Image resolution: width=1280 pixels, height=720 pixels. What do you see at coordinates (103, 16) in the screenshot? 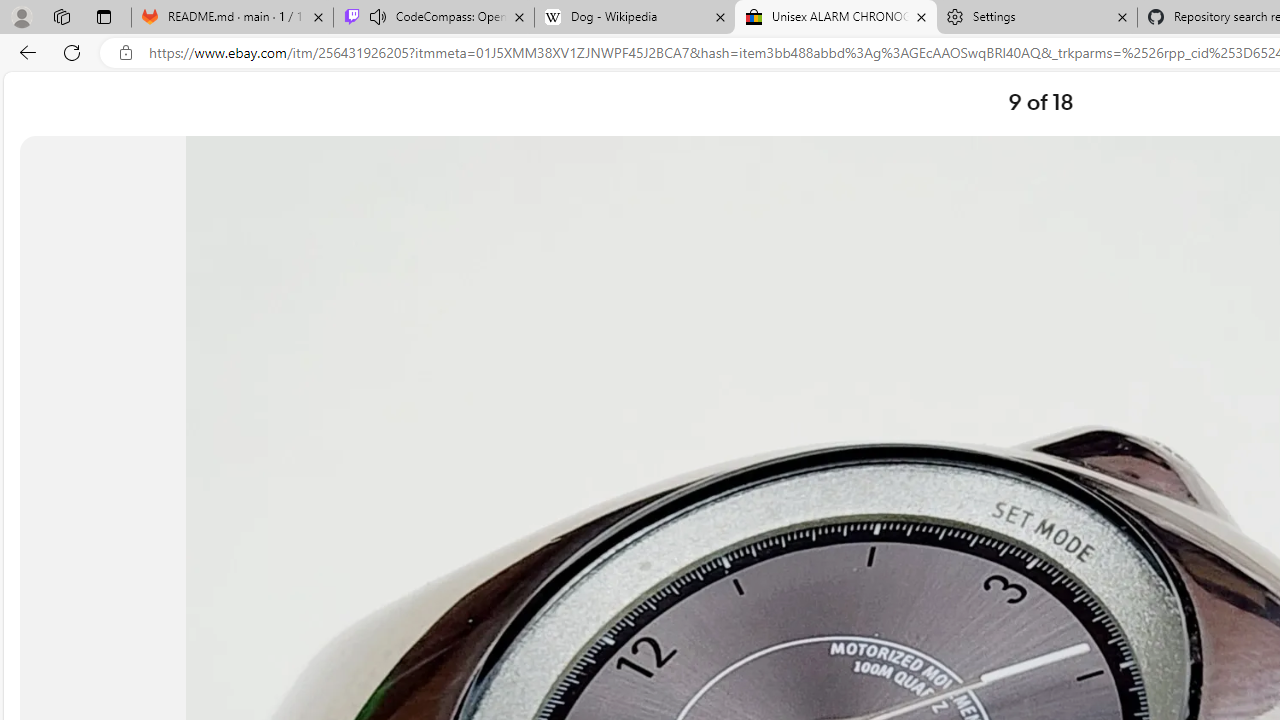
I see `'Tab actions menu'` at bounding box center [103, 16].